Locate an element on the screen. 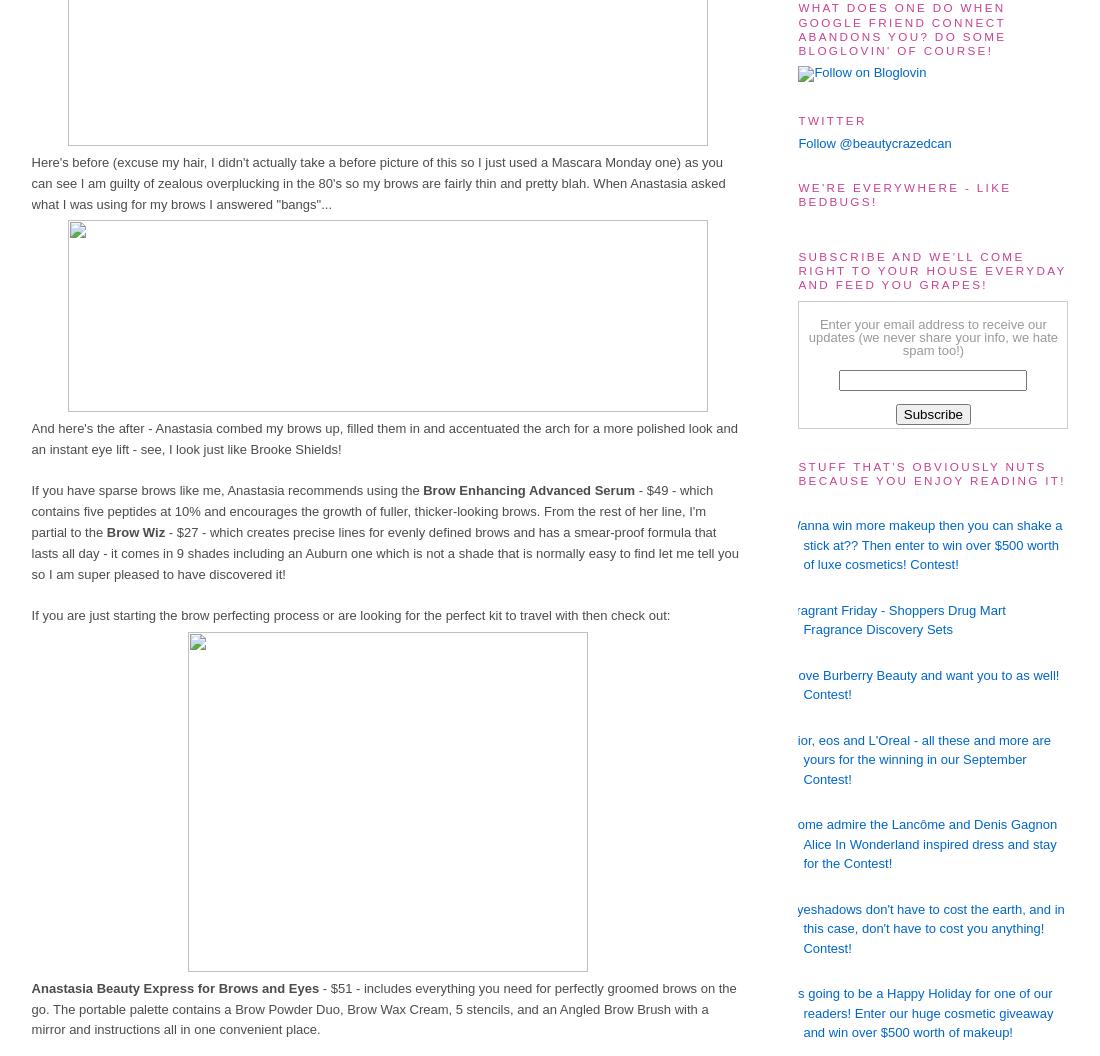  'Twitter' is located at coordinates (831, 118).